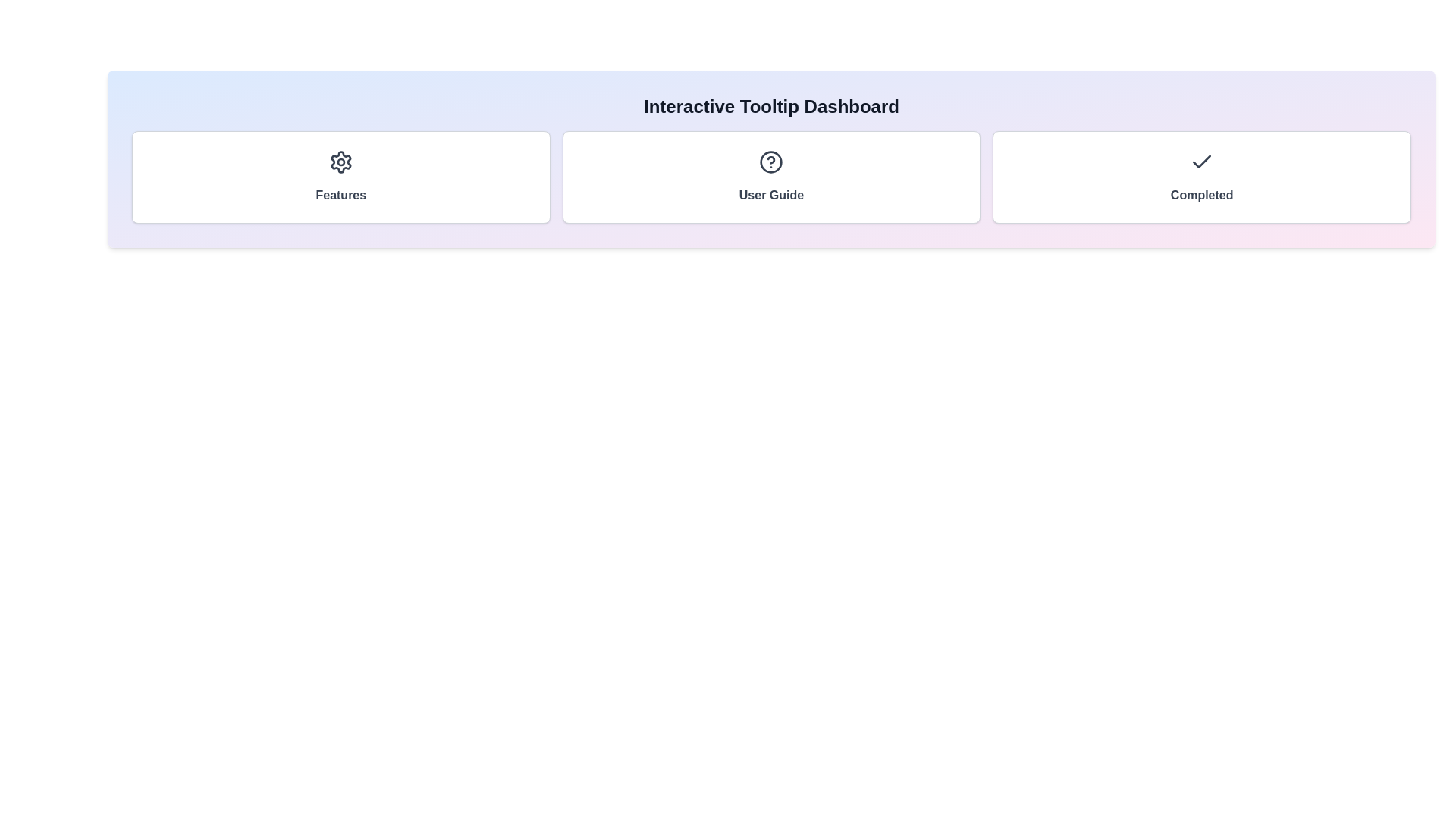 The image size is (1456, 819). What do you see at coordinates (771, 195) in the screenshot?
I see `the 'User Guide' static text element, which is displayed in a bold sans-serif font with gray color, located in the center card of a three card layout` at bounding box center [771, 195].